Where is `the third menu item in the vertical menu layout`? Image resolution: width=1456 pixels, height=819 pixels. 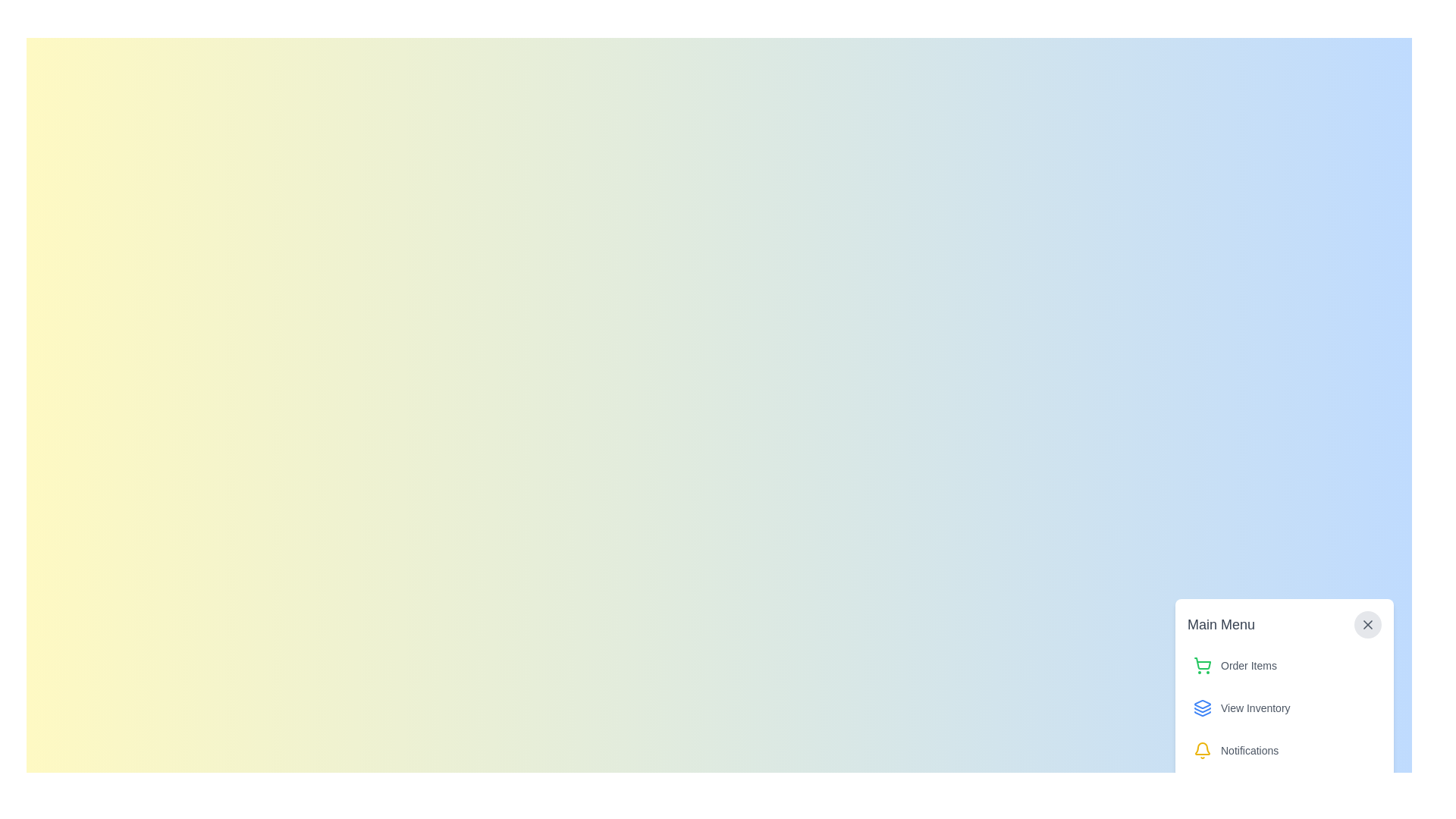
the third menu item in the vertical menu layout is located at coordinates (1284, 751).